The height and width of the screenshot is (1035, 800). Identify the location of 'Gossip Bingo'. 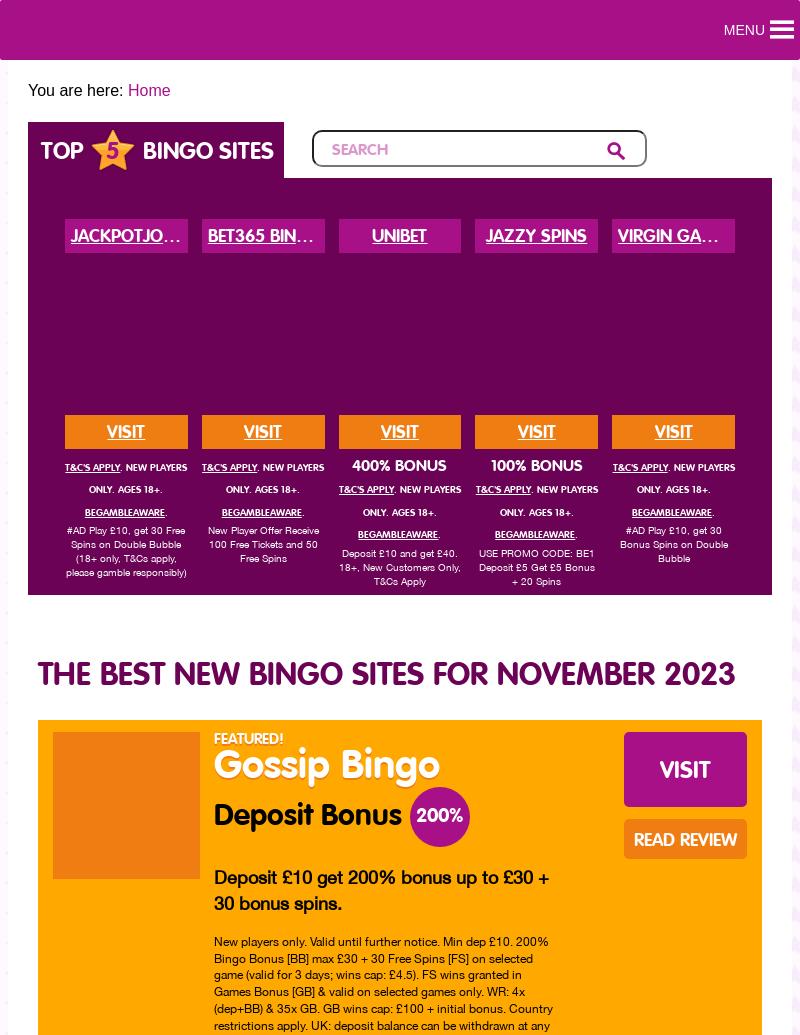
(325, 766).